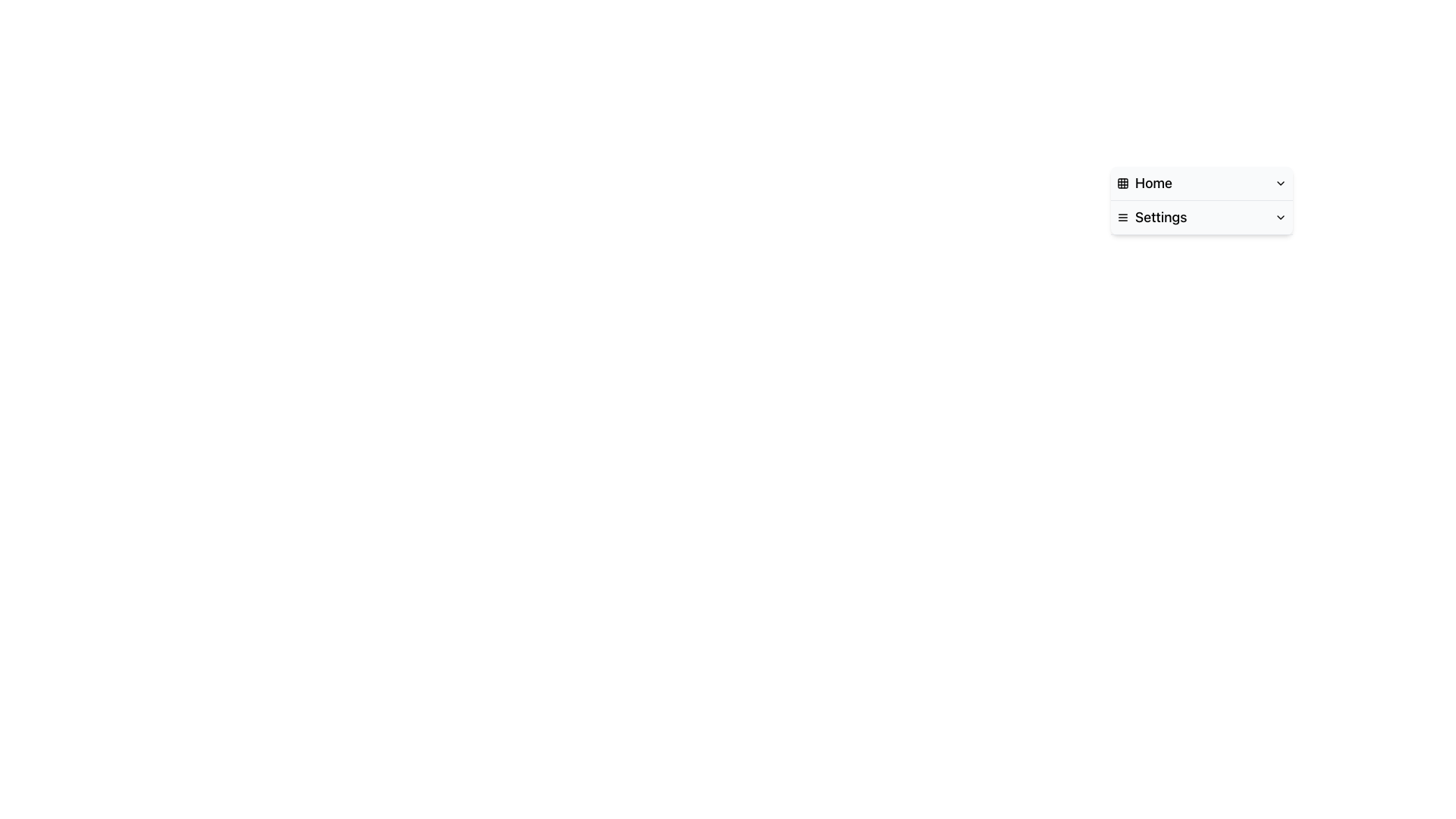  Describe the element at coordinates (1280, 183) in the screenshot. I see `the Chevron Icon located to the far right of the 'Home' label in the vertical menu to trigger a tooltip or highlight effect` at that location.